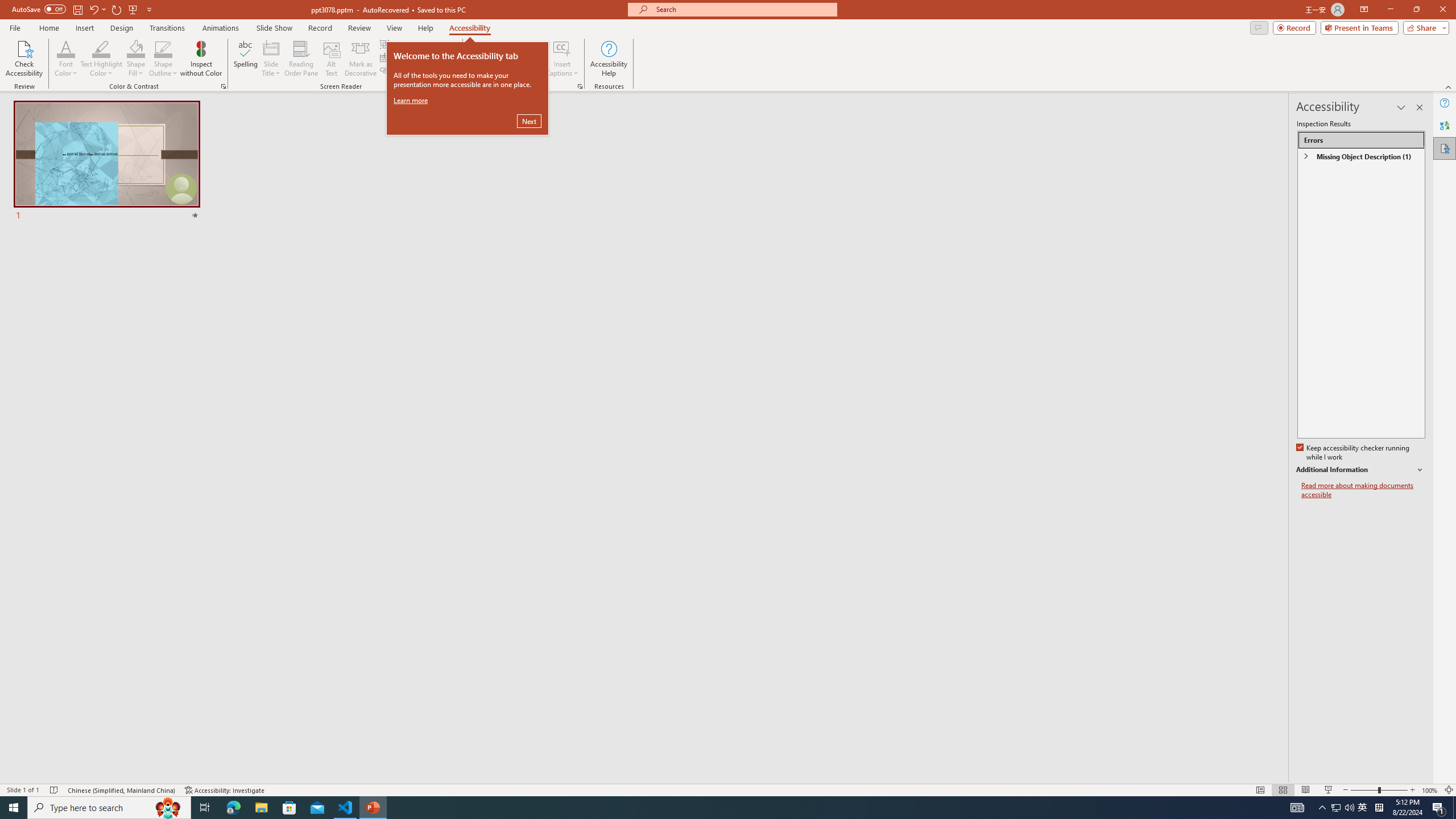 The height and width of the screenshot is (819, 1456). Describe the element at coordinates (561, 48) in the screenshot. I see `'Insert Captions'` at that location.